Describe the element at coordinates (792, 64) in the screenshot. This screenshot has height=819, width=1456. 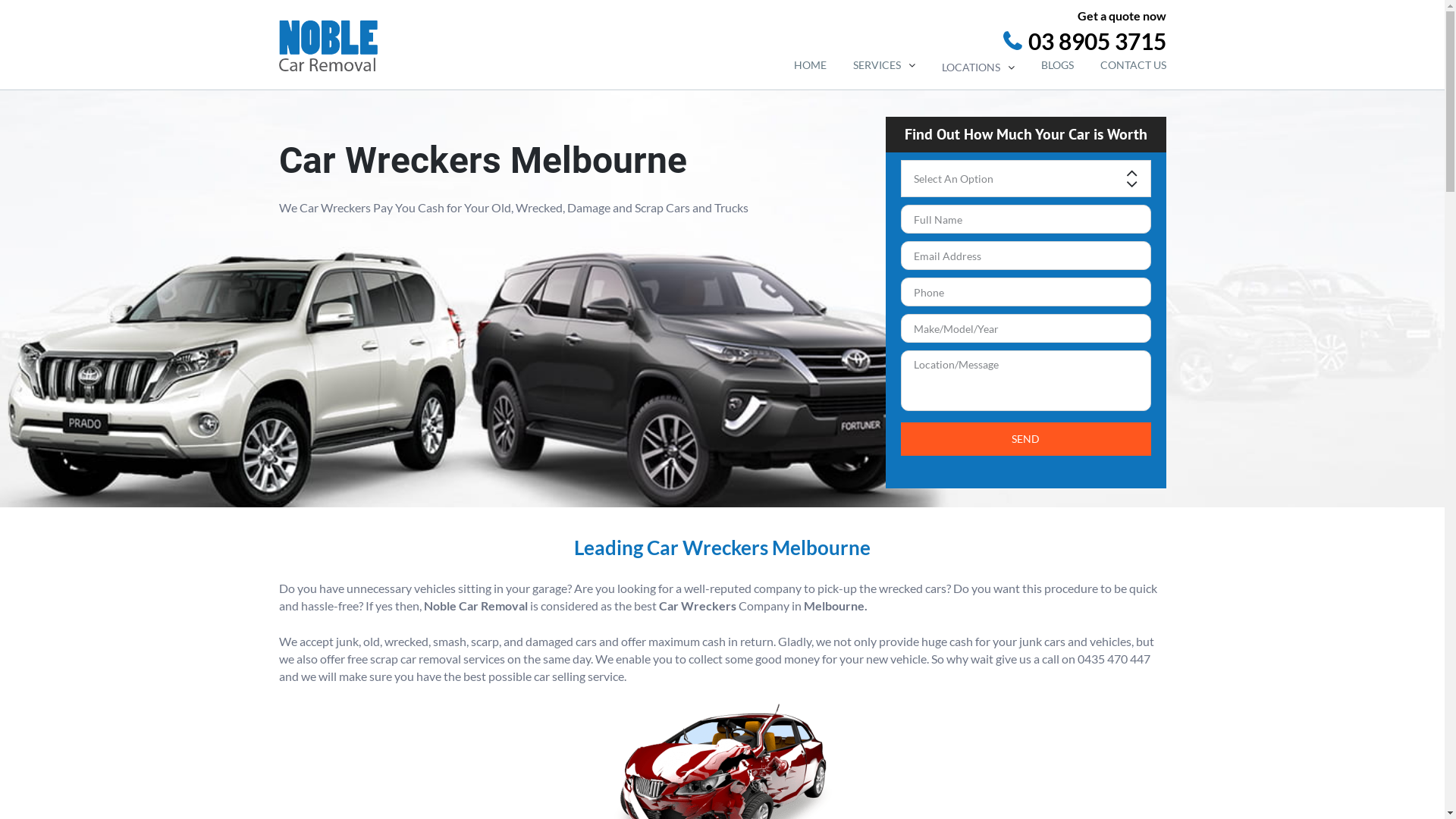
I see `'HOME'` at that location.